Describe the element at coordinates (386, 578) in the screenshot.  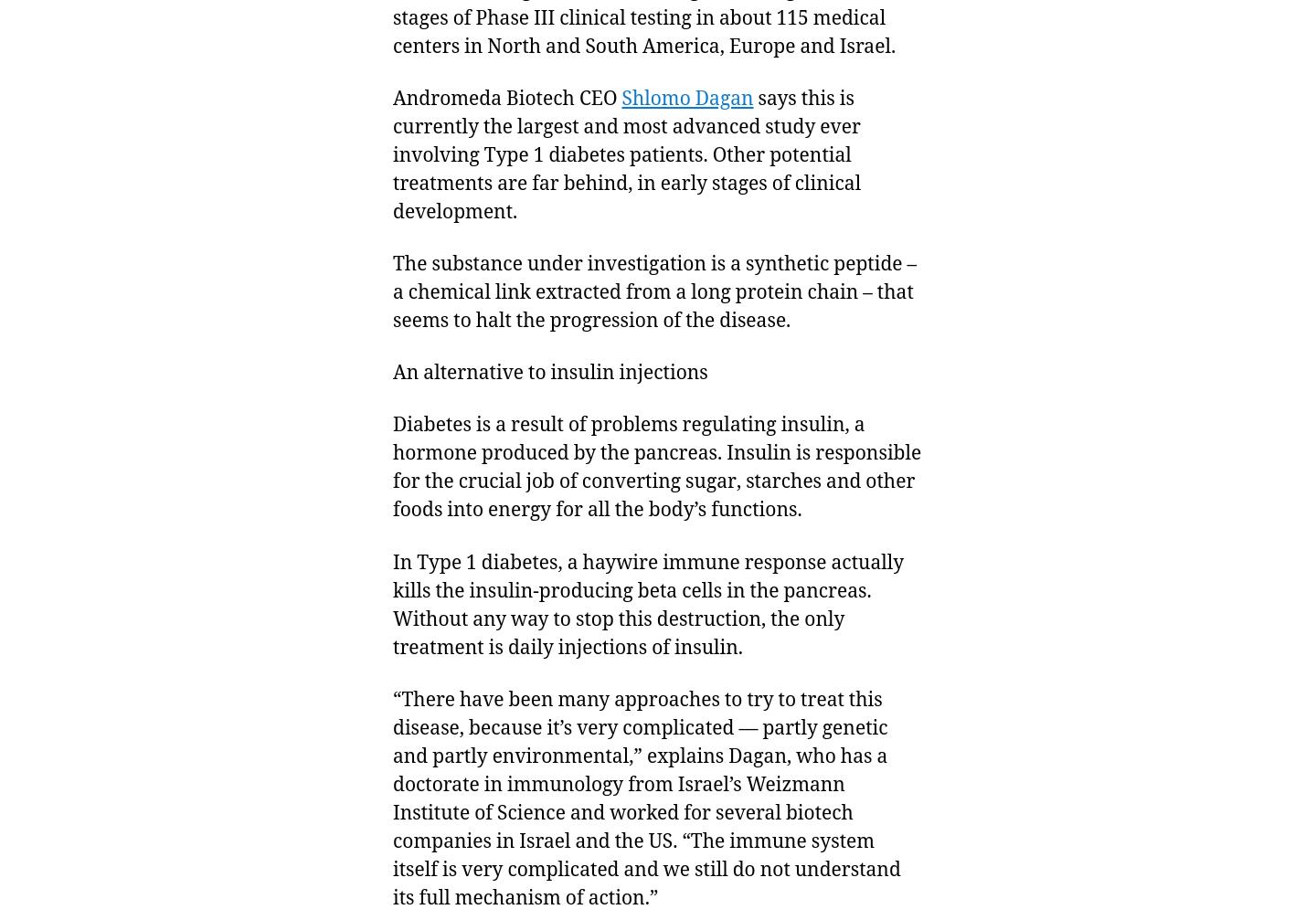
I see `'Smart Grid has trouble attracting smart money'` at that location.